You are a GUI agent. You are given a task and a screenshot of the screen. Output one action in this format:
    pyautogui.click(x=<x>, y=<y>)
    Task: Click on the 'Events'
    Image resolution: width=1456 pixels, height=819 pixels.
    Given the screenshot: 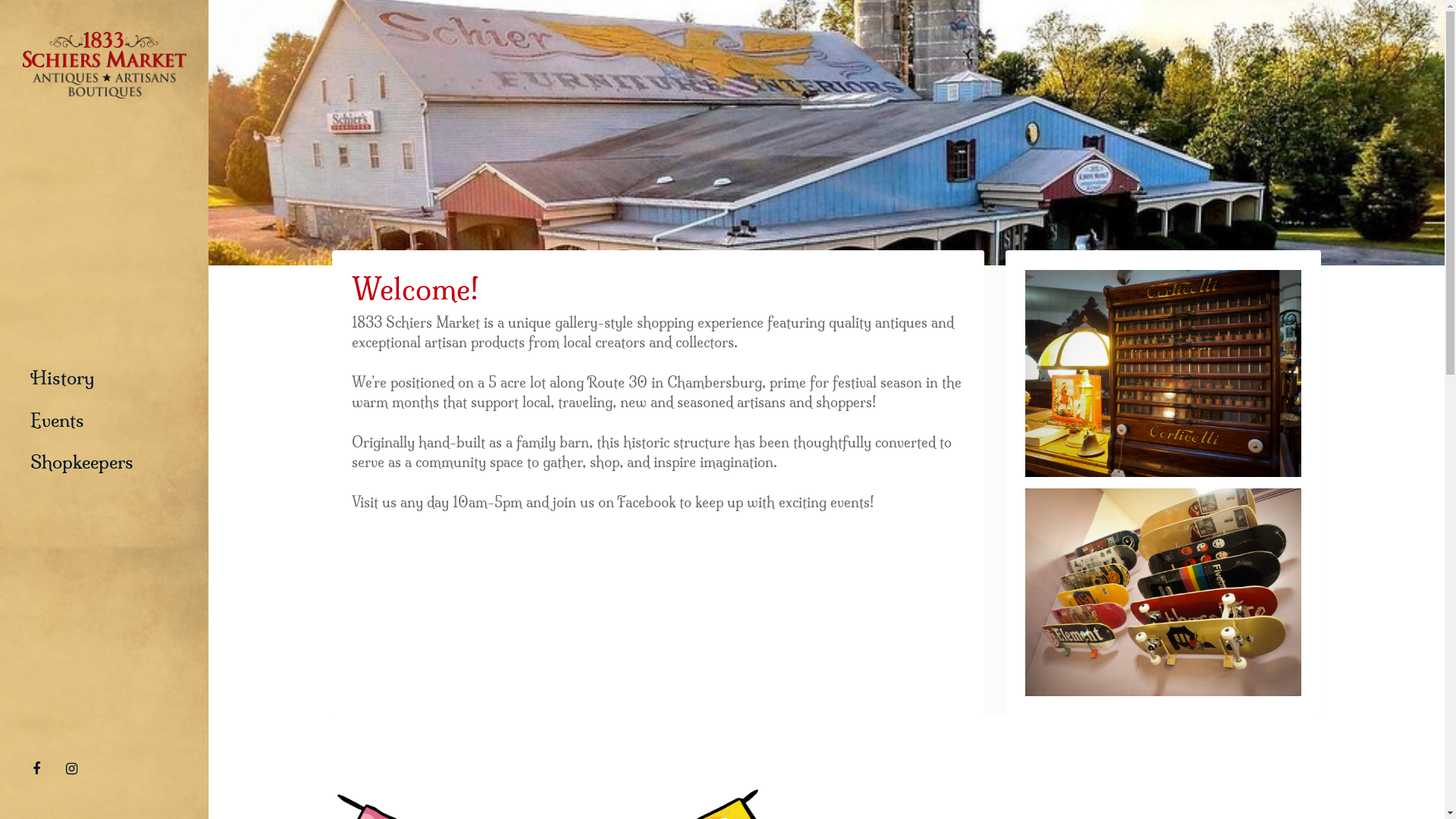 What is the action you would take?
    pyautogui.click(x=57, y=421)
    